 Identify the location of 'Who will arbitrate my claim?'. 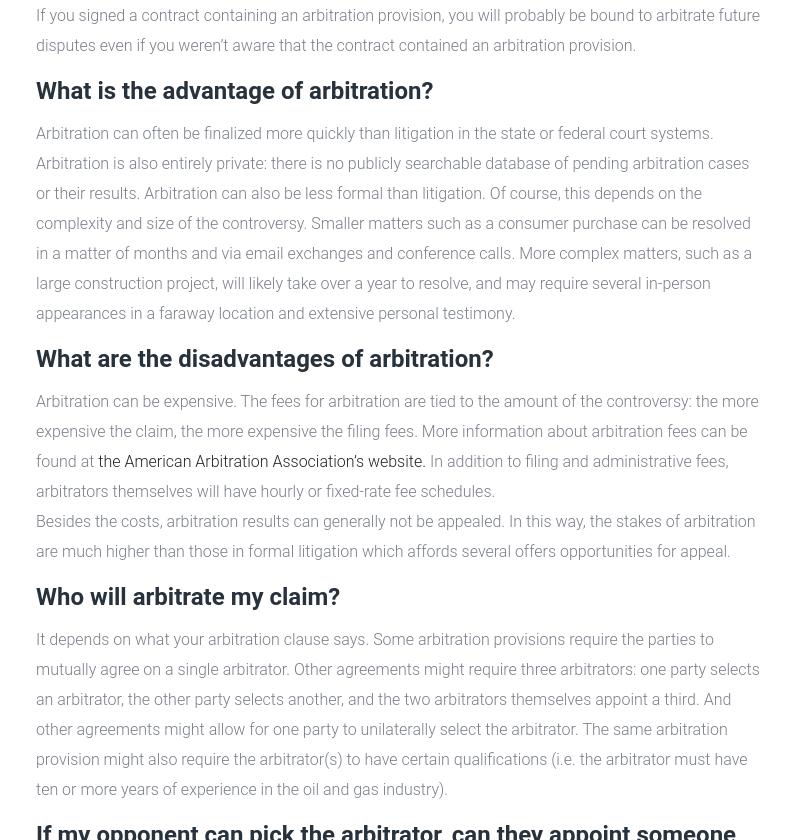
(187, 596).